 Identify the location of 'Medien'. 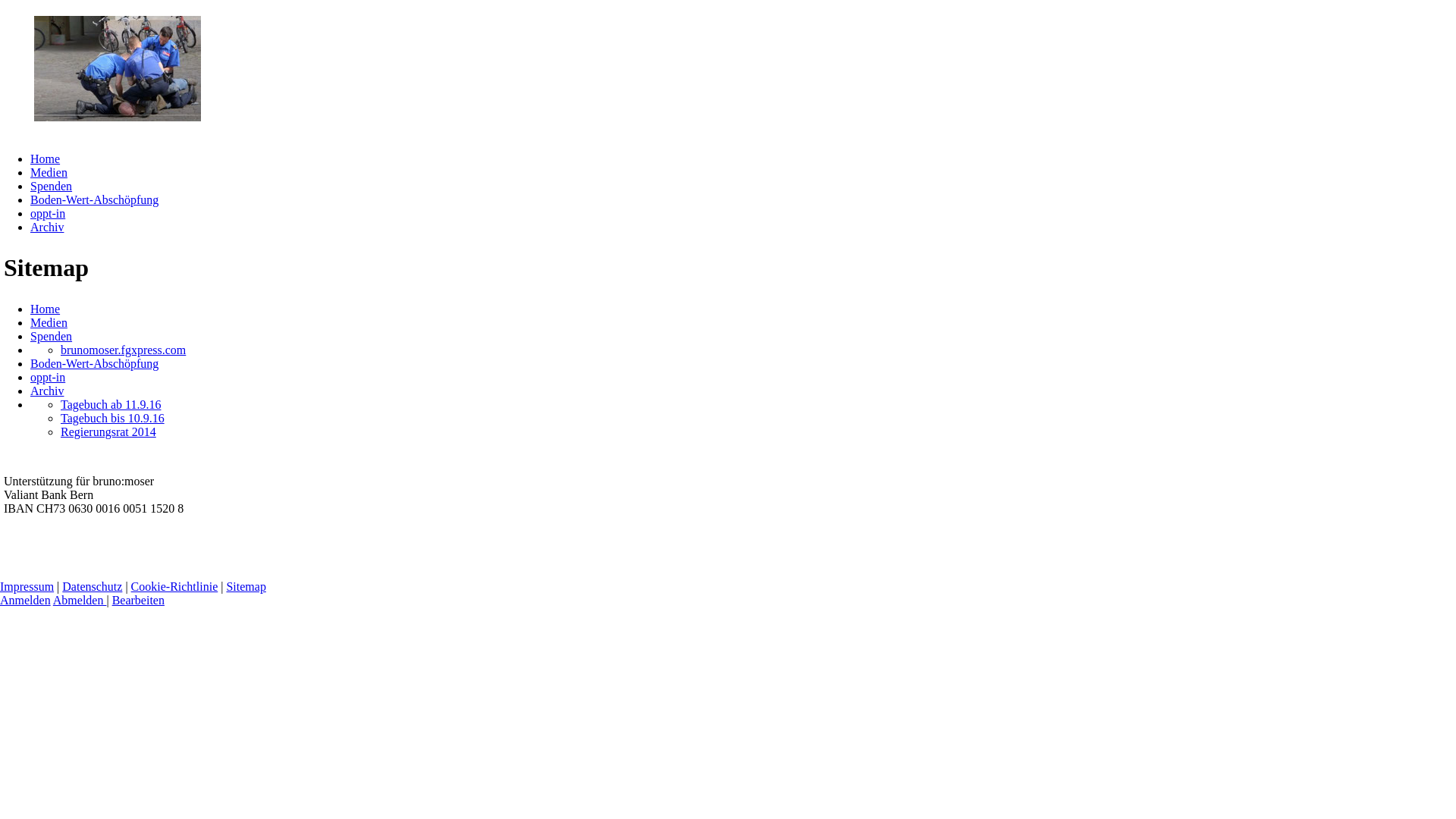
(49, 171).